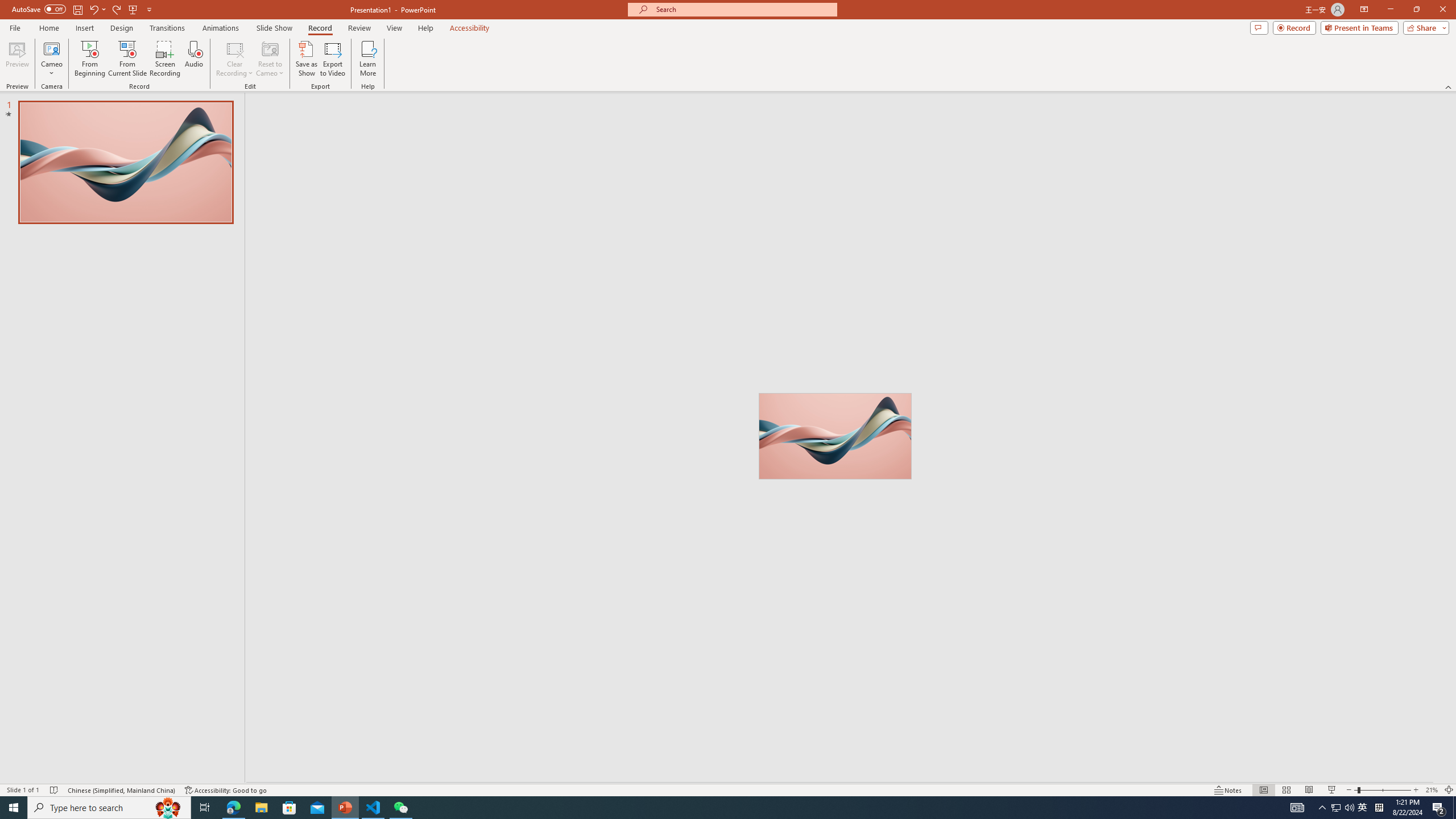 The height and width of the screenshot is (819, 1456). I want to click on 'Wavy 3D art', so click(834, 436).